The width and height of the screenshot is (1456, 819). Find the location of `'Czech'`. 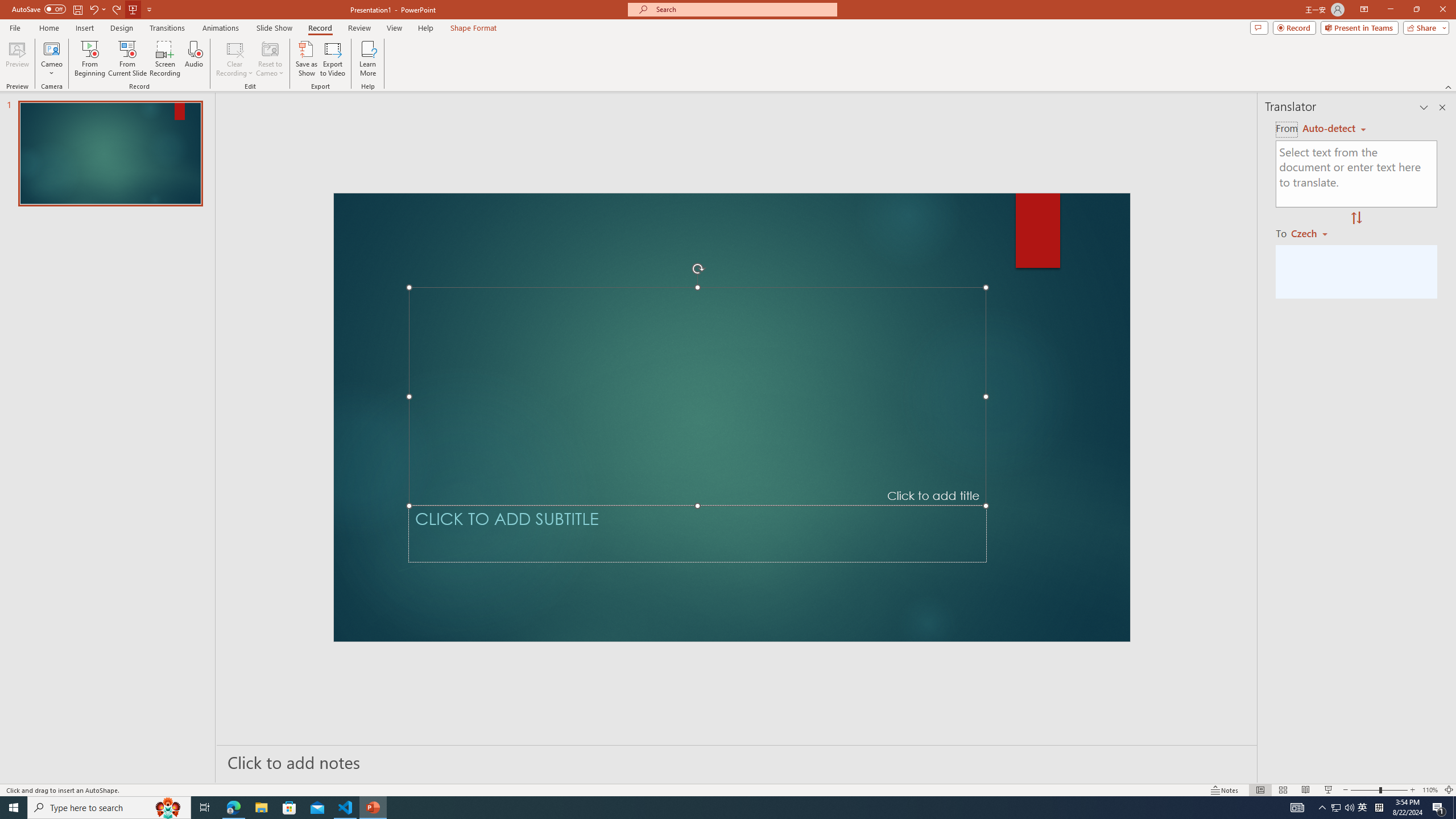

'Czech' is located at coordinates (1314, 233).